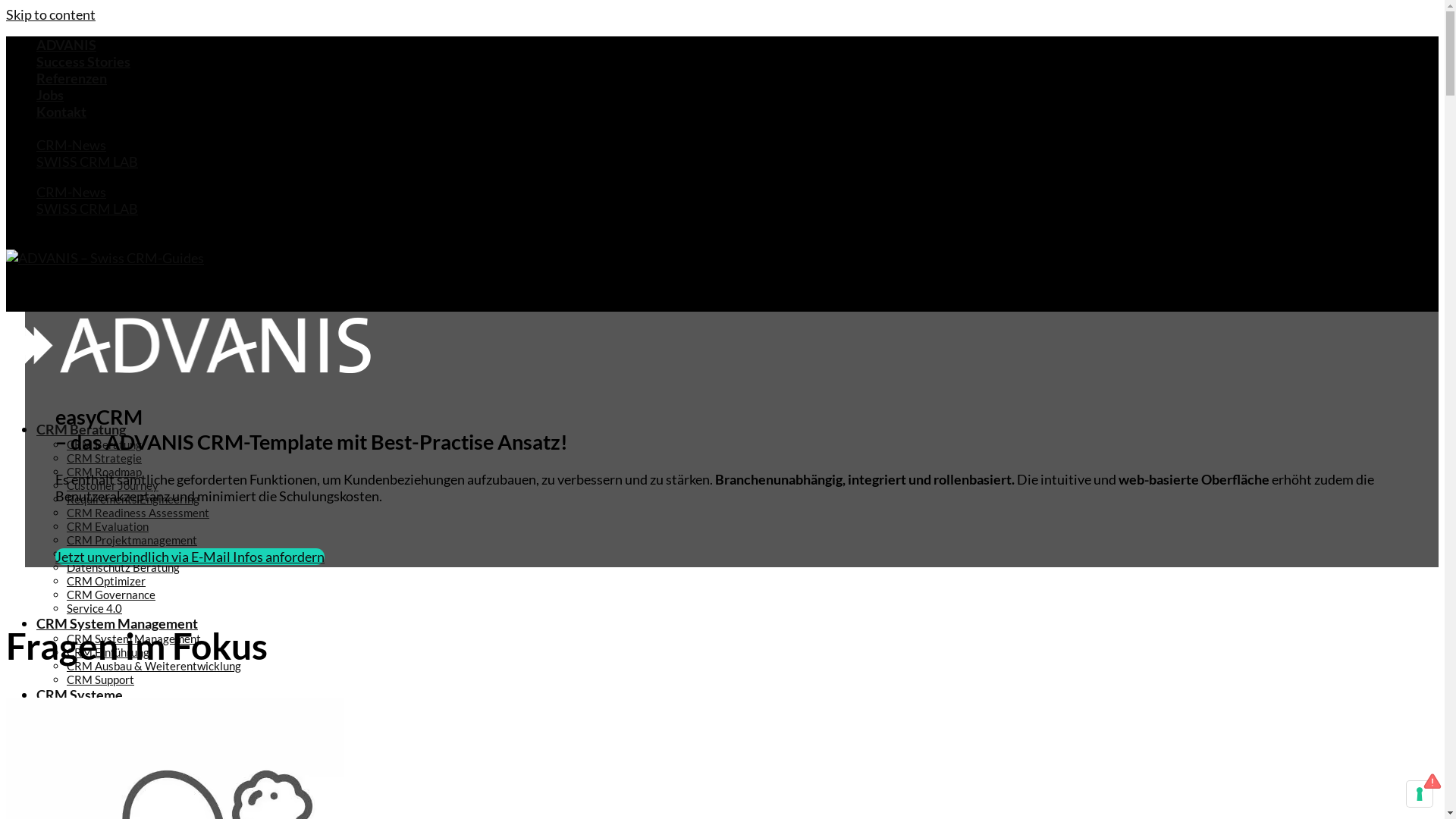 The image size is (1456, 819). I want to click on 'CRM Beratung', so click(36, 429).